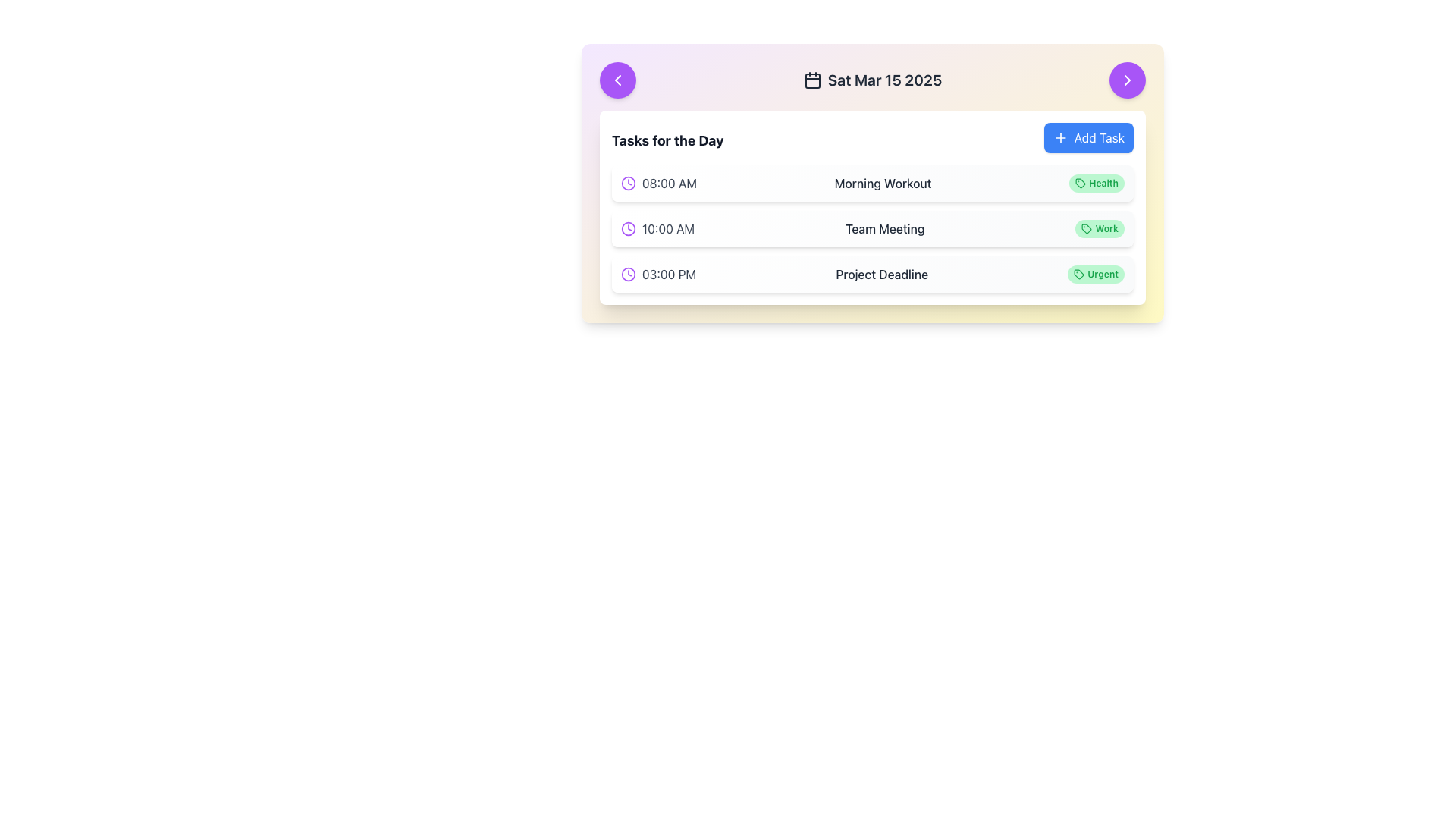 The width and height of the screenshot is (1456, 819). Describe the element at coordinates (657, 228) in the screenshot. I see `the Timestamp element that serves as a visual indicator of a scheduled event, located in the second row of tasks, between '08:00 AM' and '03:00 PM'` at that location.